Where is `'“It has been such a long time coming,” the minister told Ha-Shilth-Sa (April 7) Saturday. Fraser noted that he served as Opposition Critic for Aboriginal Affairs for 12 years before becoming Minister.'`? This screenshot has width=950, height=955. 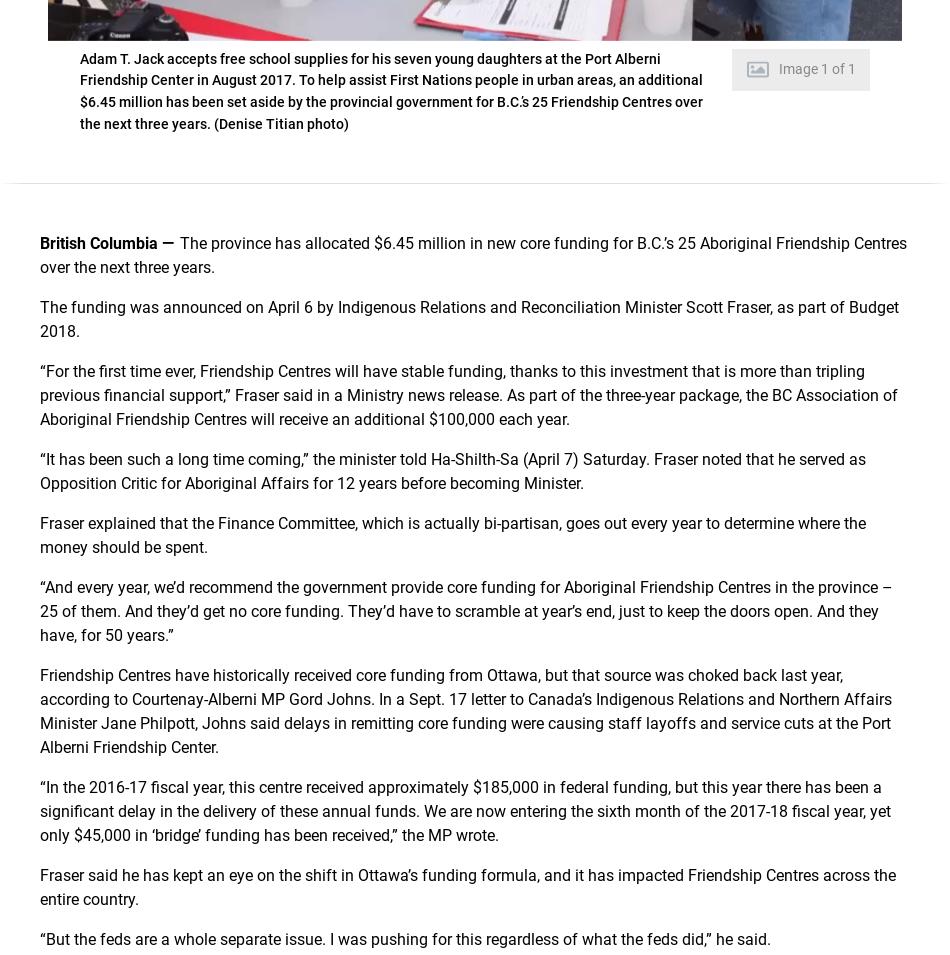 '“It has been such a long time coming,” the minister told Ha-Shilth-Sa (April 7) Saturday. Fraser noted that he served as Opposition Critic for Aboriginal Affairs for 12 years before becoming Minister.' is located at coordinates (451, 470).